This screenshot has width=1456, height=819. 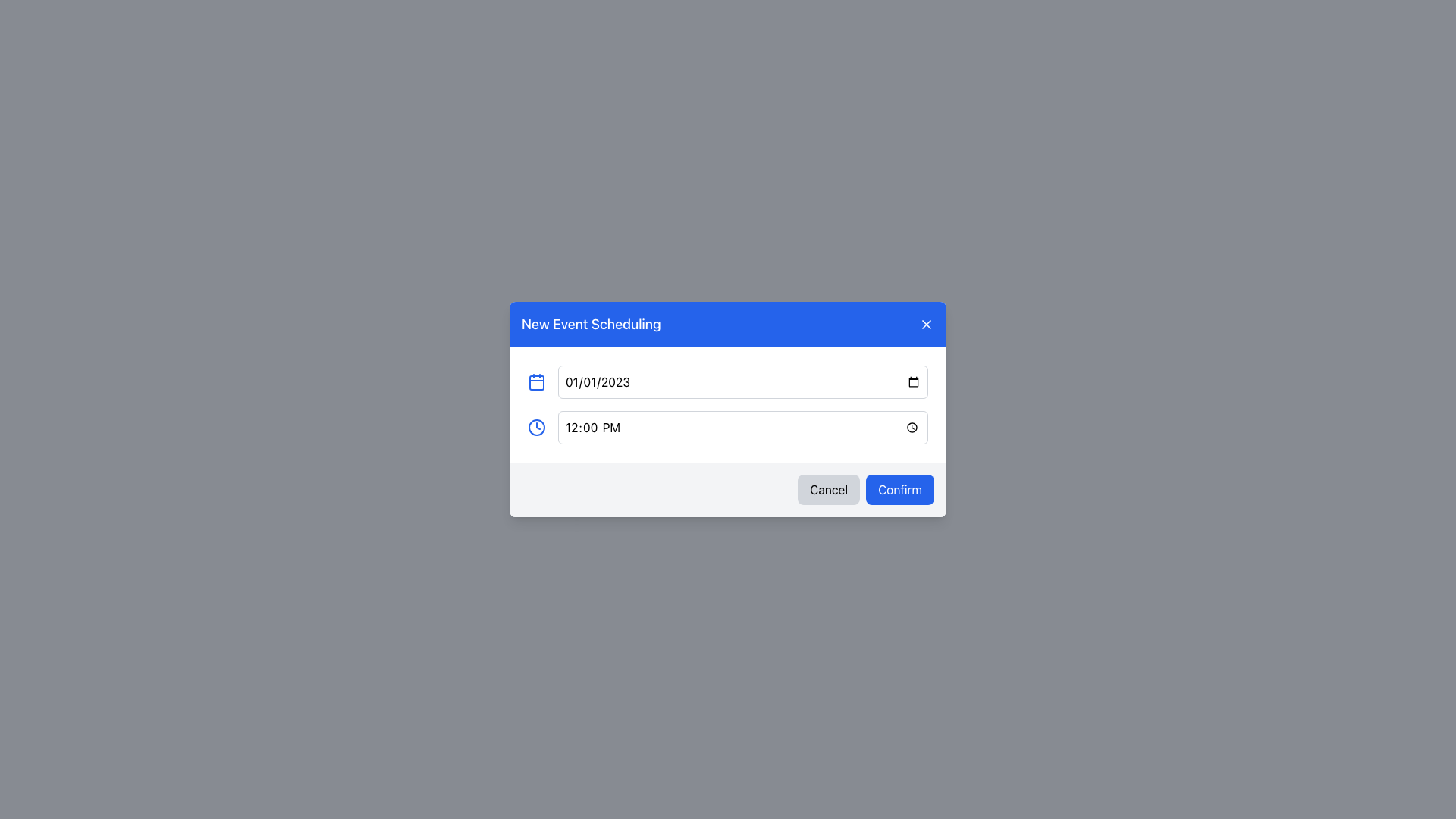 I want to click on the blue calendar icon with a square outline and a grid-like interior pattern, located in the top-left corner of the card layout, adjacent to the date input field, so click(x=537, y=381).